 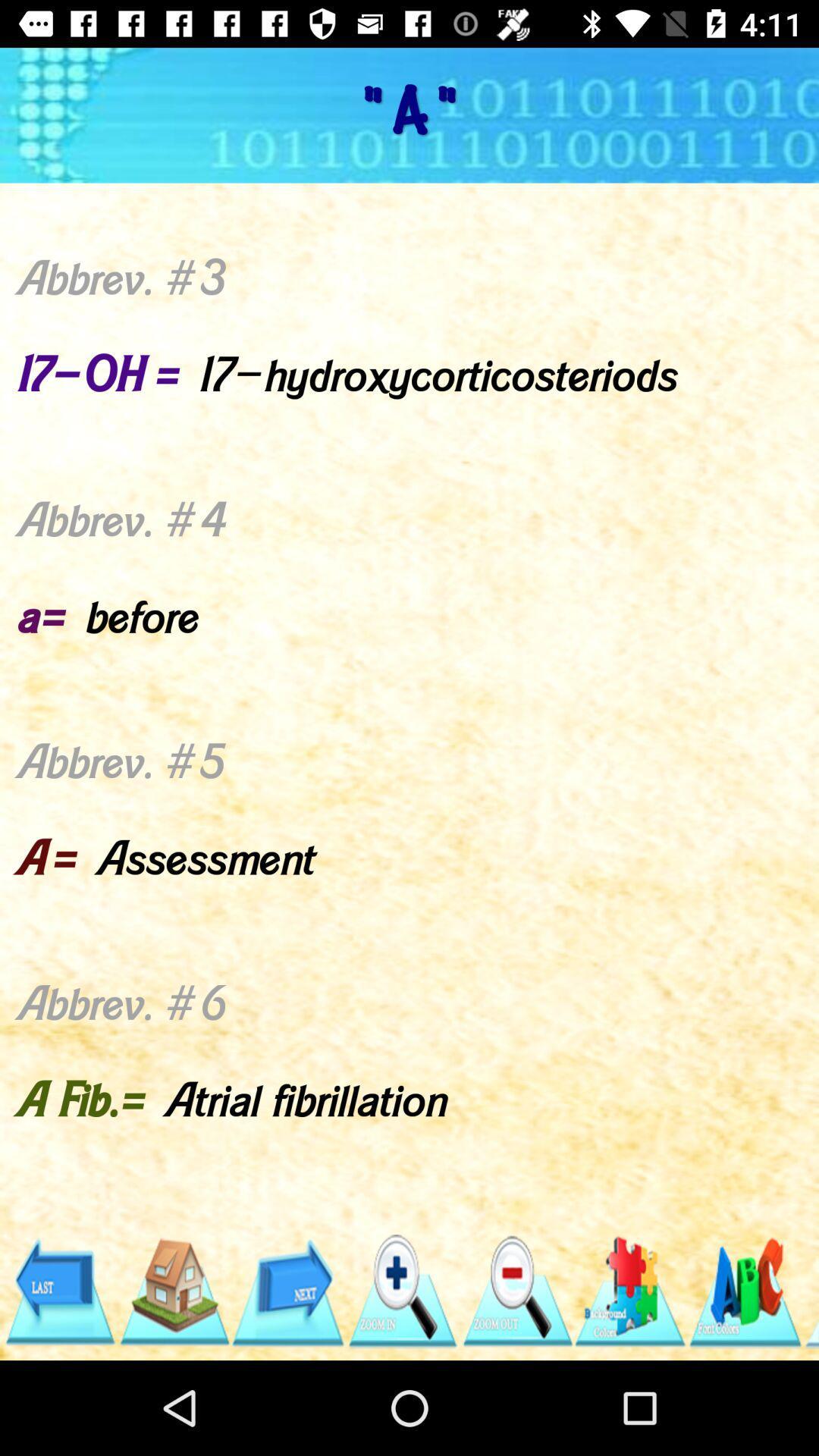 I want to click on the item below abbrev 	1	 	 item, so click(x=744, y=1291).